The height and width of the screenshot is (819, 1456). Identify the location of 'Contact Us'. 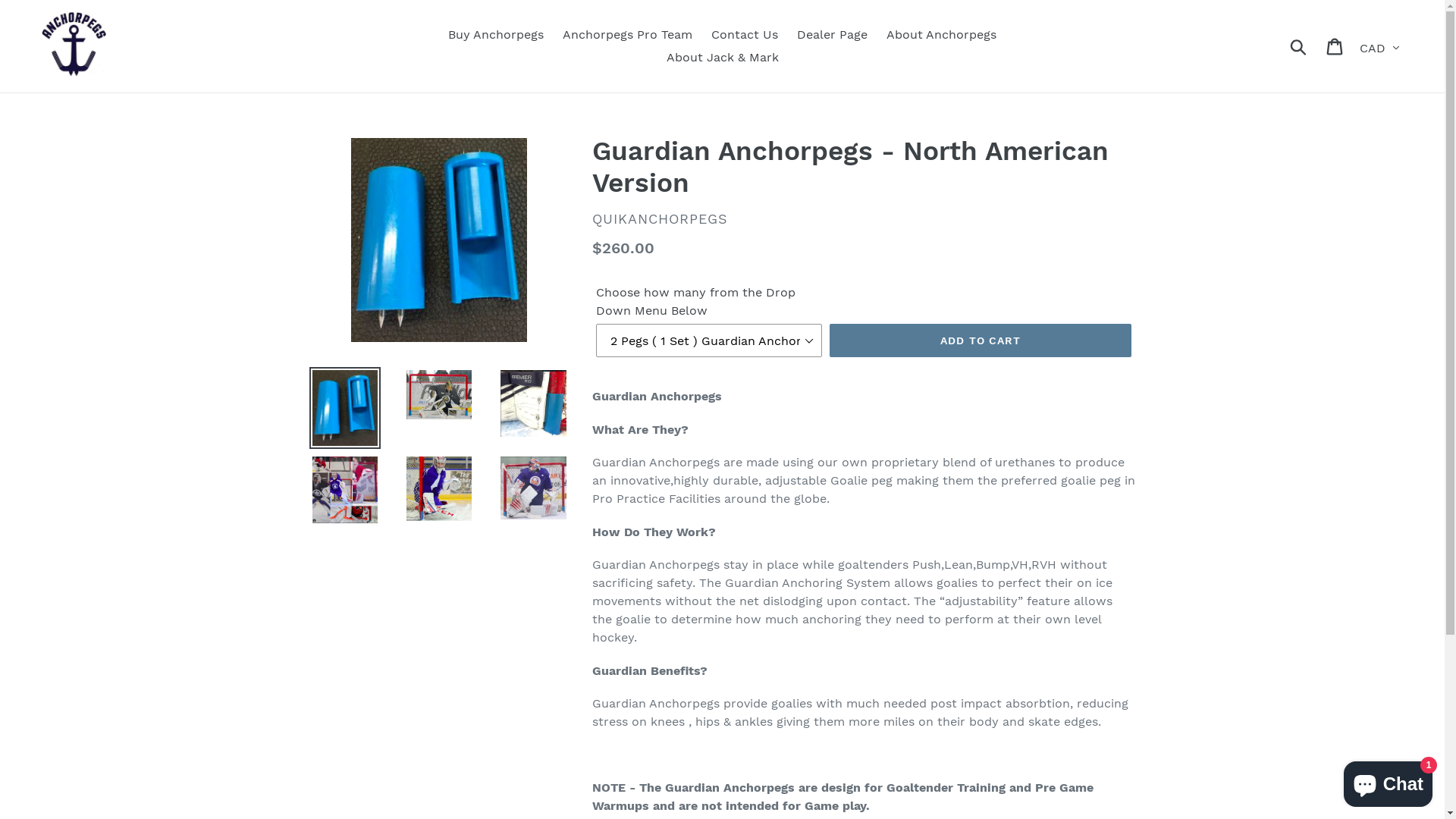
(745, 34).